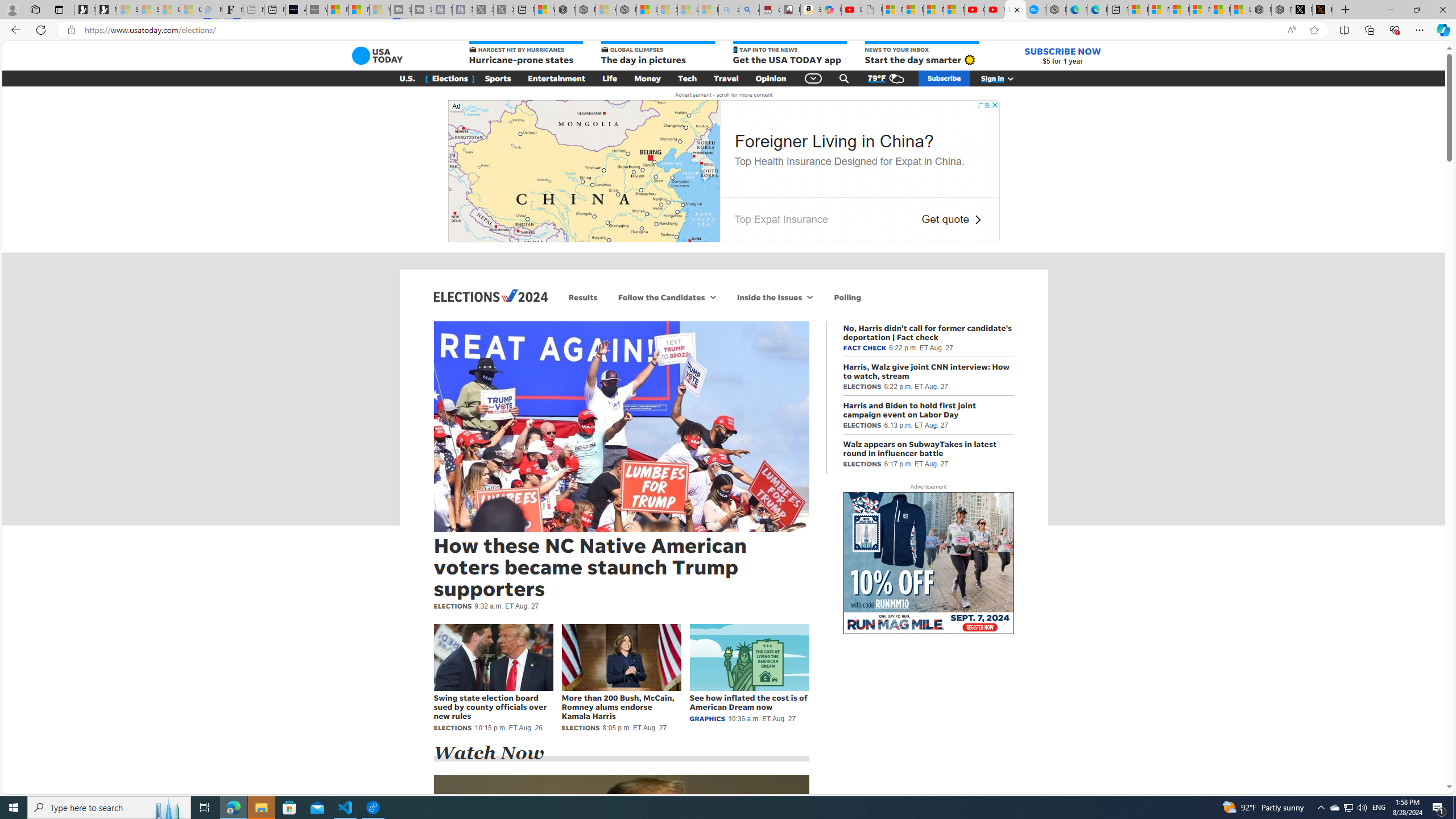 This screenshot has height=819, width=1456. Describe the element at coordinates (768, 296) in the screenshot. I see `'Inside the Issues'` at that location.